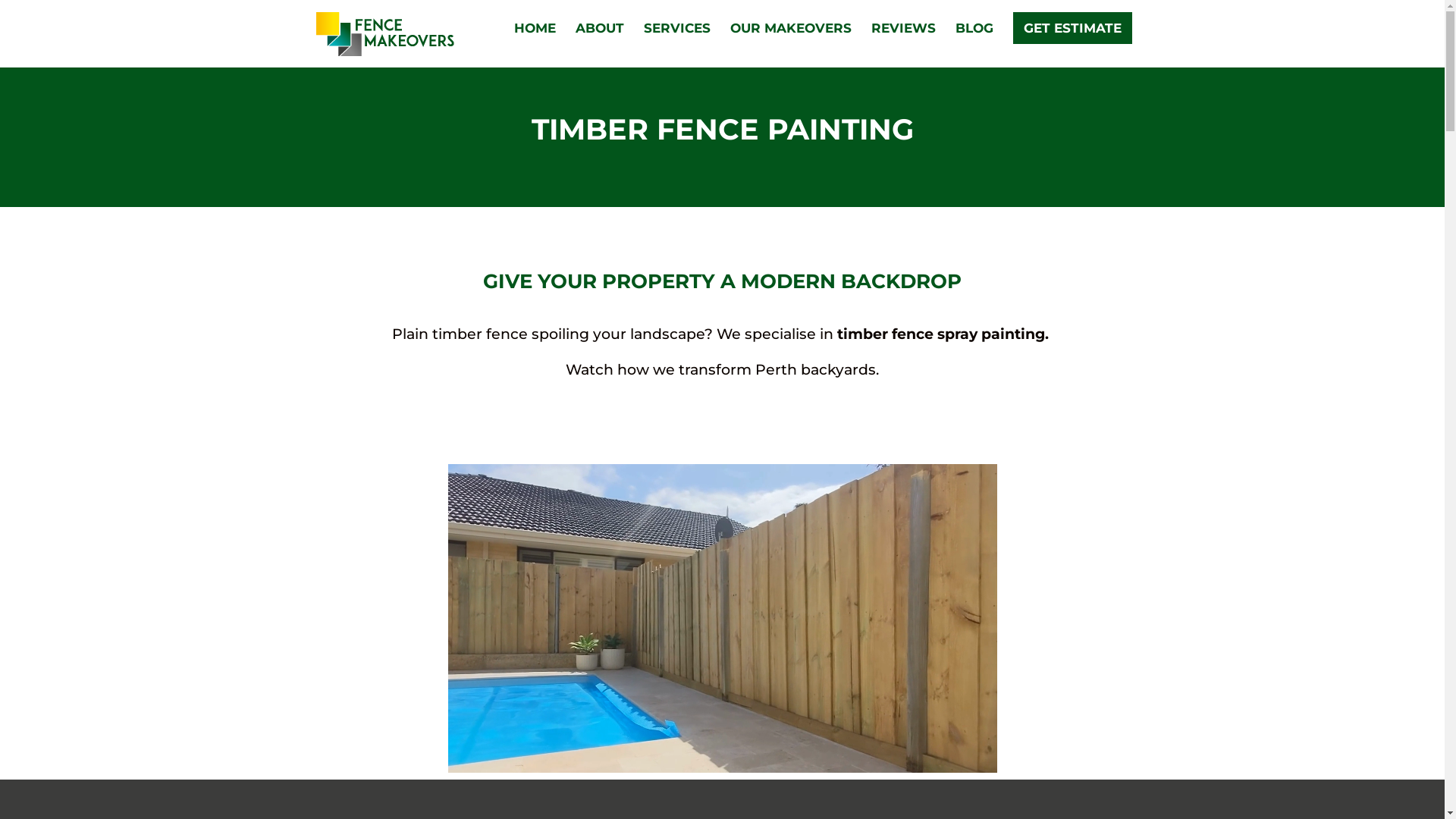 The height and width of the screenshot is (819, 1456). What do you see at coordinates (676, 44) in the screenshot?
I see `'SERVICES'` at bounding box center [676, 44].